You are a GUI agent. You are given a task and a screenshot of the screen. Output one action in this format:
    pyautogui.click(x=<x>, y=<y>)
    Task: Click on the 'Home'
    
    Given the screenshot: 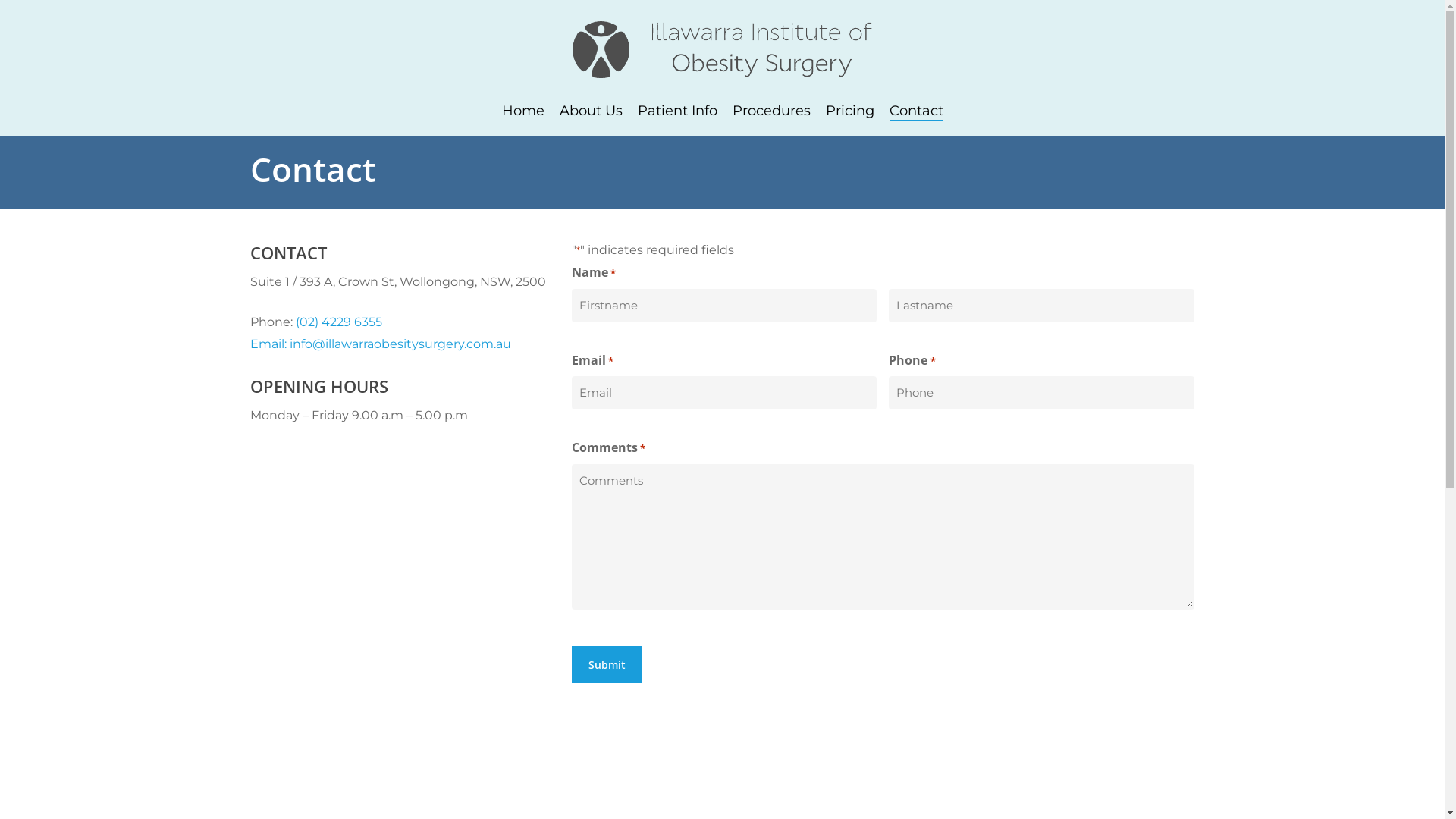 What is the action you would take?
    pyautogui.click(x=523, y=110)
    